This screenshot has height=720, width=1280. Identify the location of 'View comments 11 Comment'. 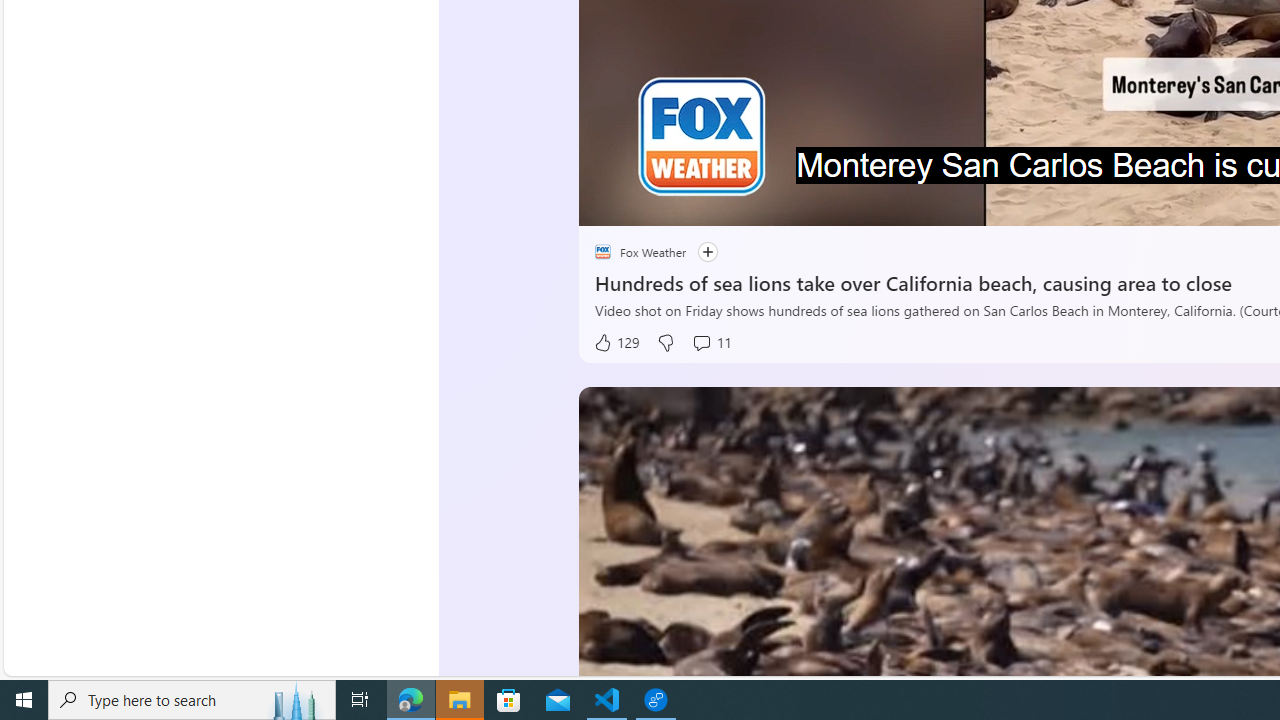
(711, 342).